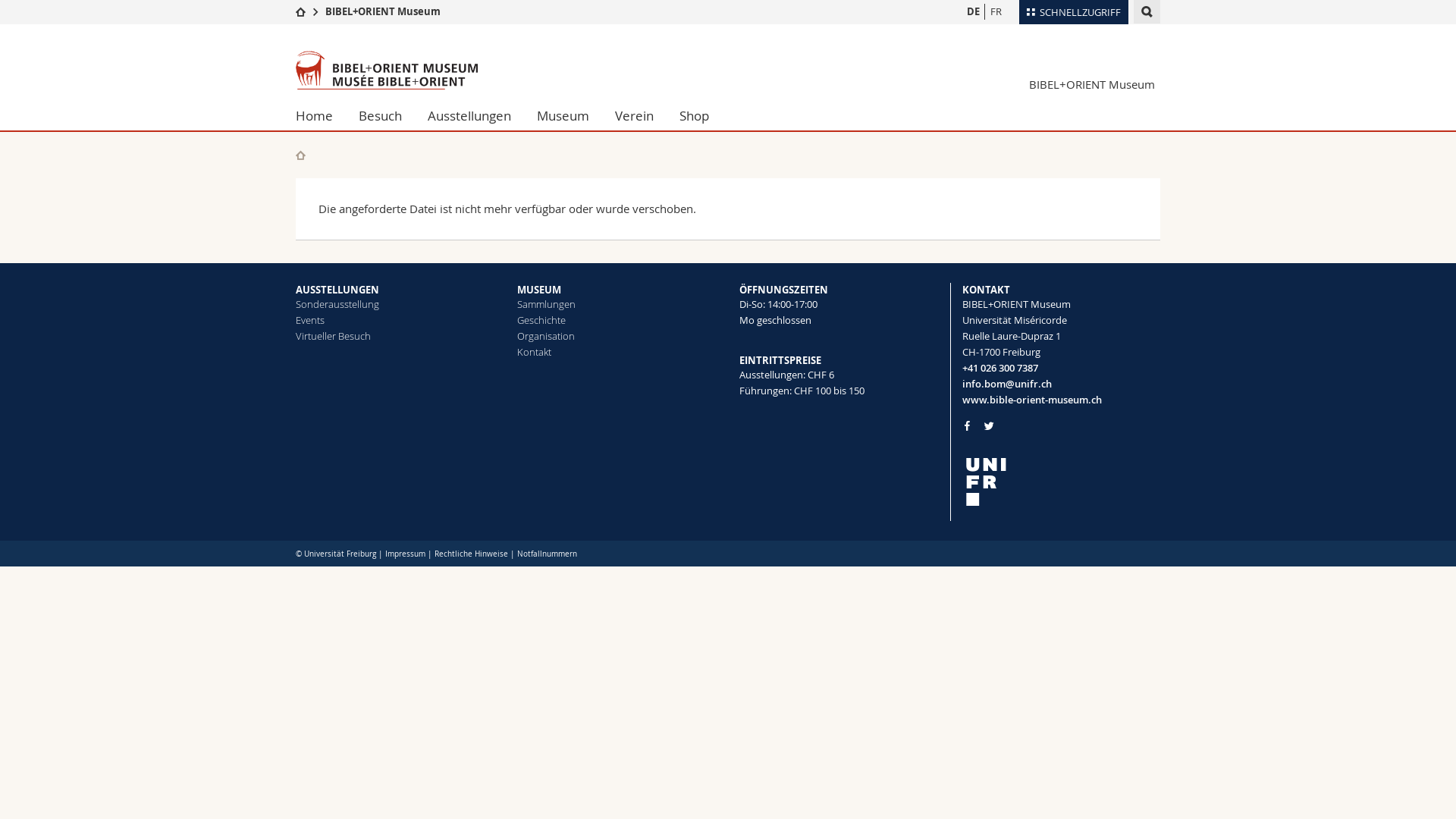 The width and height of the screenshot is (1456, 819). I want to click on 'Home', so click(319, 115).